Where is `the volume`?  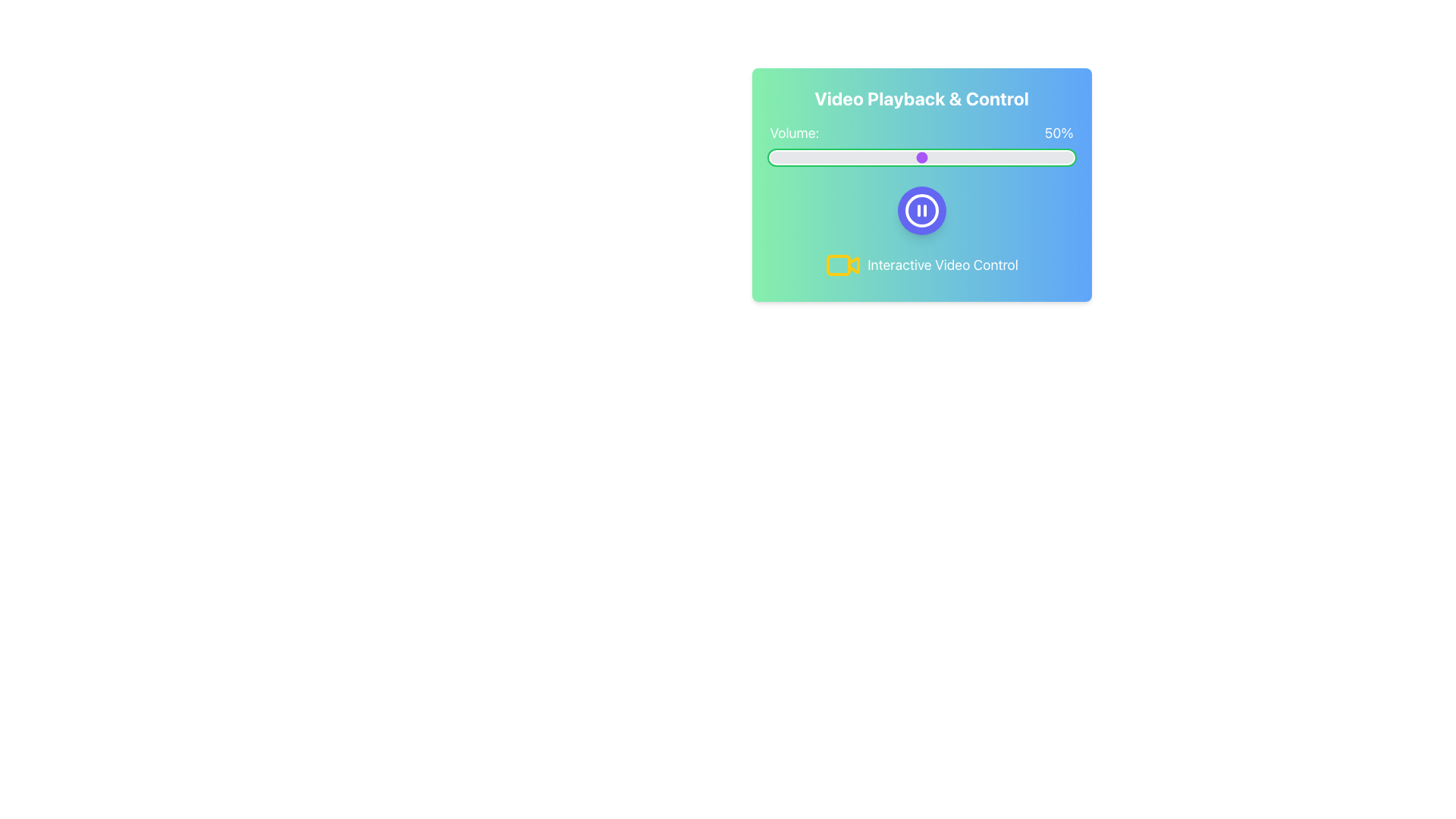 the volume is located at coordinates (1063, 158).